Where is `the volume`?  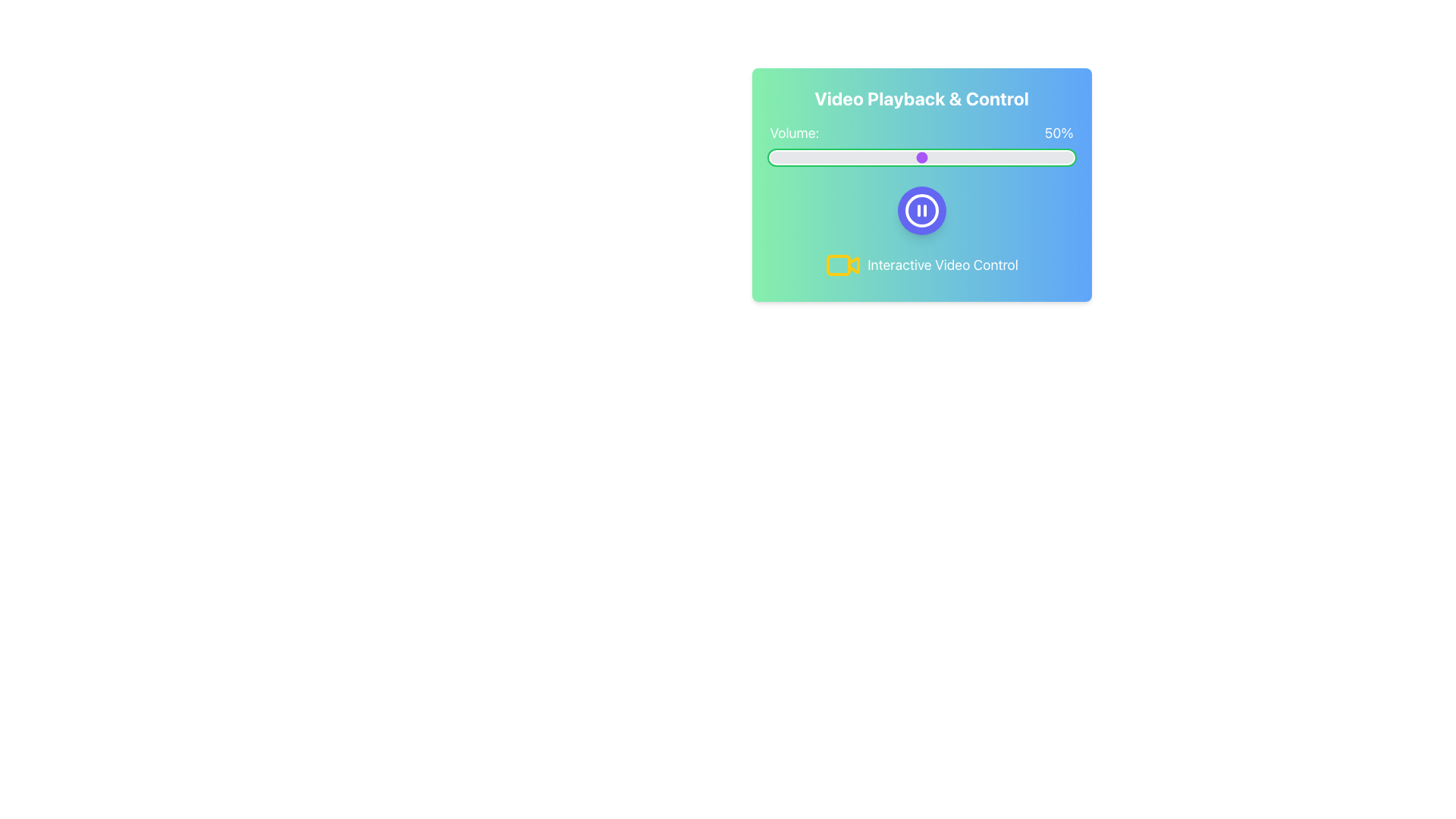 the volume is located at coordinates (1063, 158).